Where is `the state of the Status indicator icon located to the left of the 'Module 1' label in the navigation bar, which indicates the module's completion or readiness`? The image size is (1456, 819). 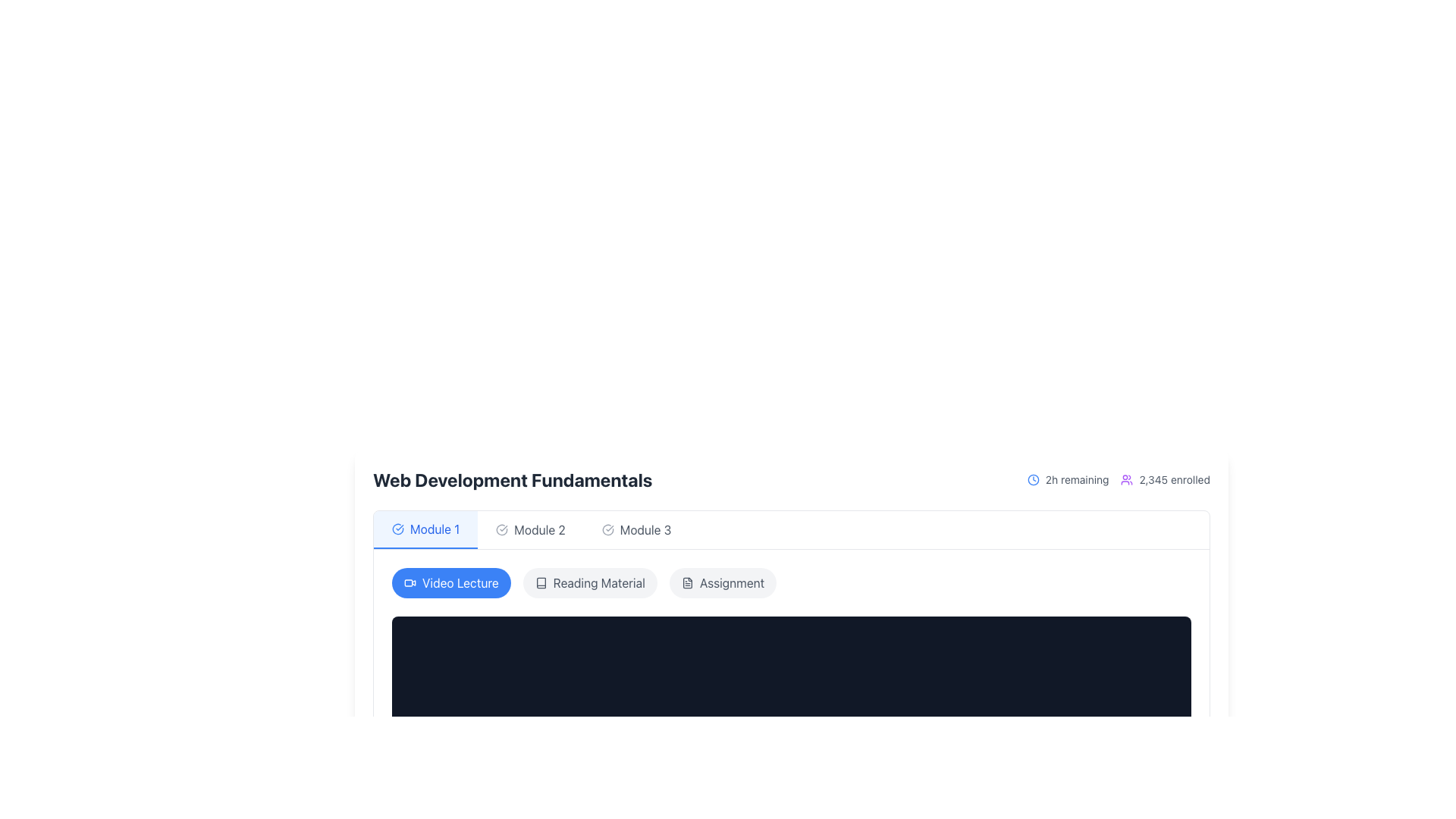 the state of the Status indicator icon located to the left of the 'Module 1' label in the navigation bar, which indicates the module's completion or readiness is located at coordinates (397, 529).